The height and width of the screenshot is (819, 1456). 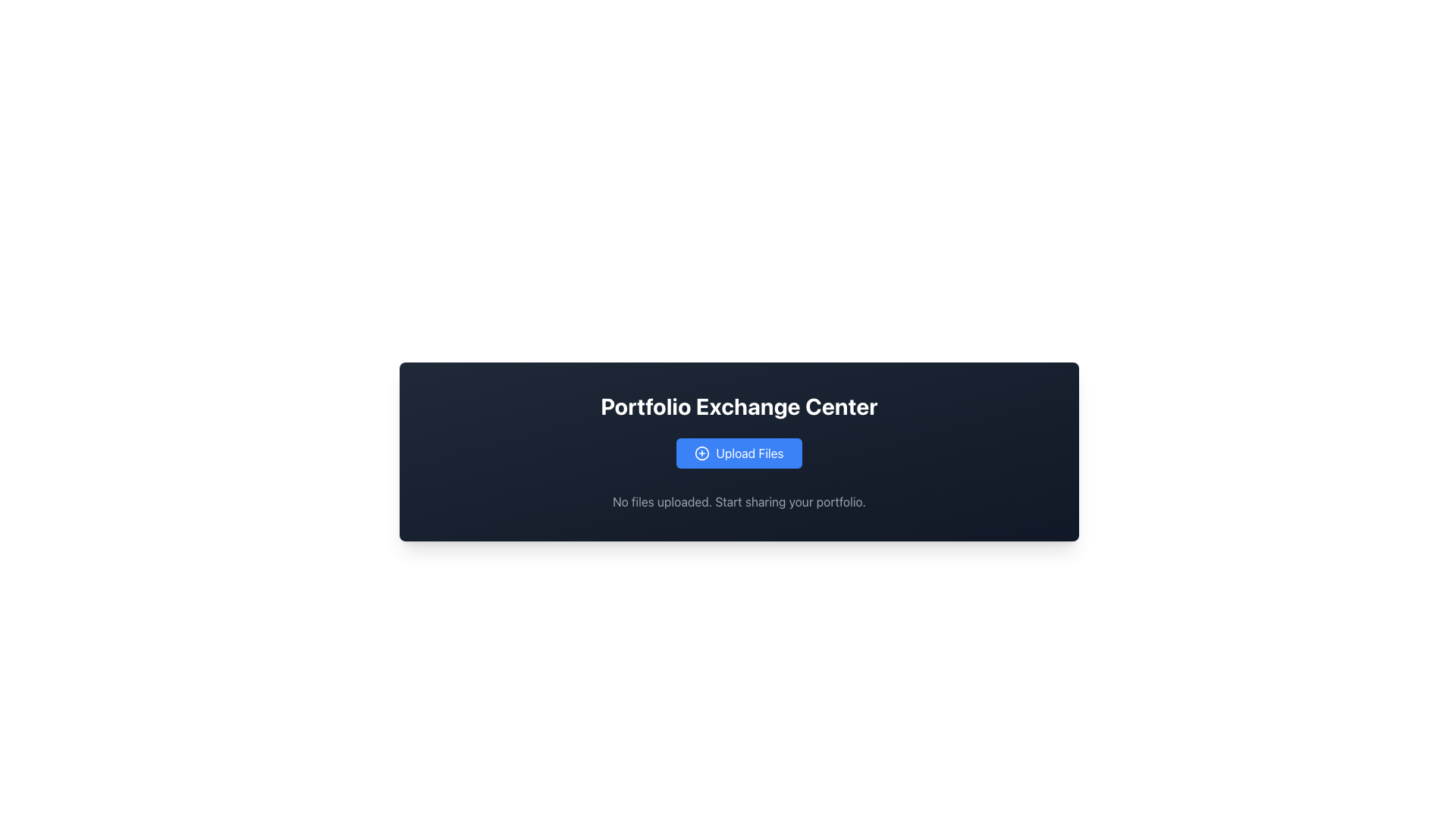 What do you see at coordinates (701, 452) in the screenshot?
I see `the SVG circle element that represents a 'plus' symbol, which is part of an icon located near the 'Upload Files' button` at bounding box center [701, 452].